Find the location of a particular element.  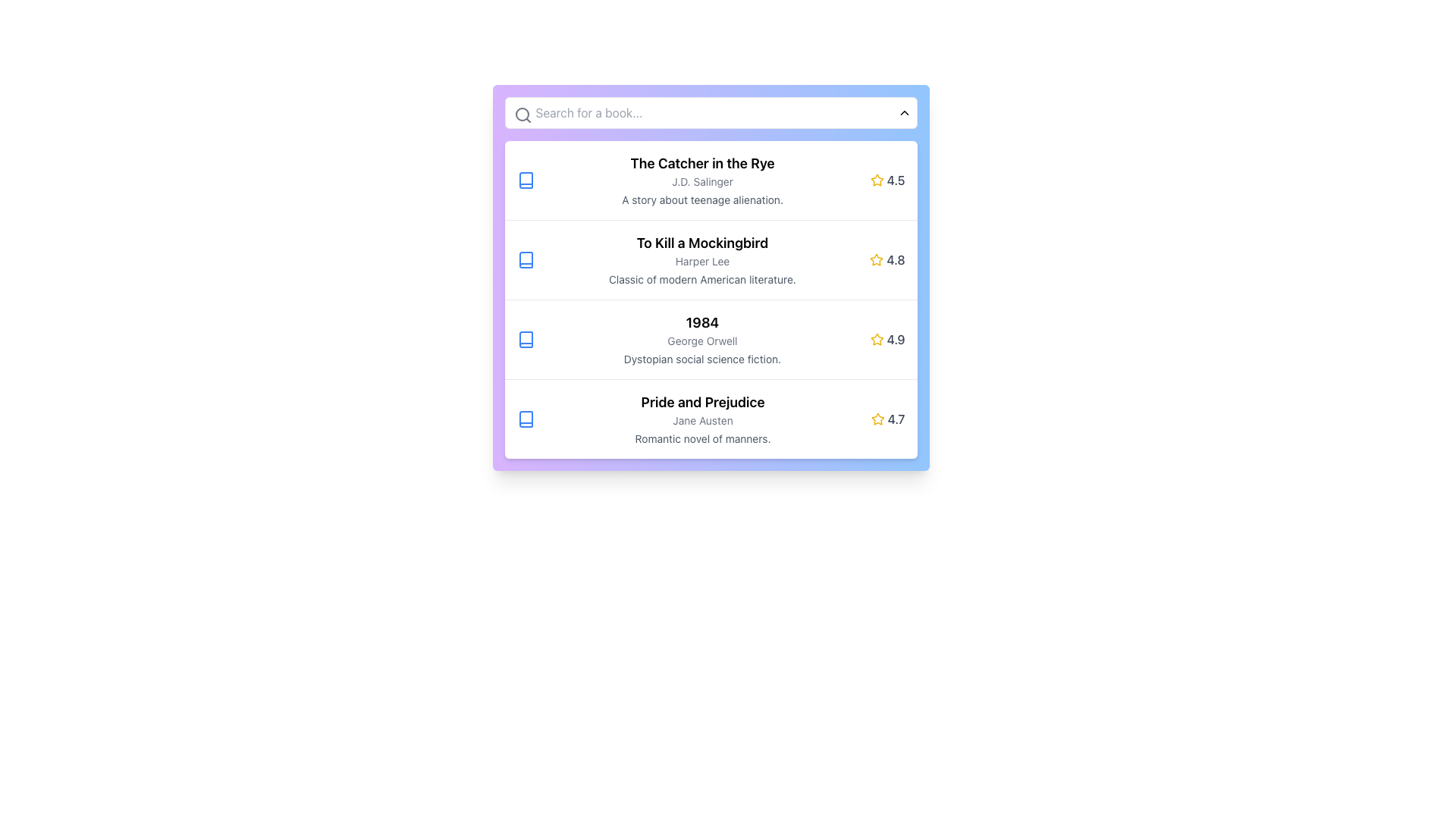

the button at the top-right corner of the search bar is located at coordinates (904, 112).